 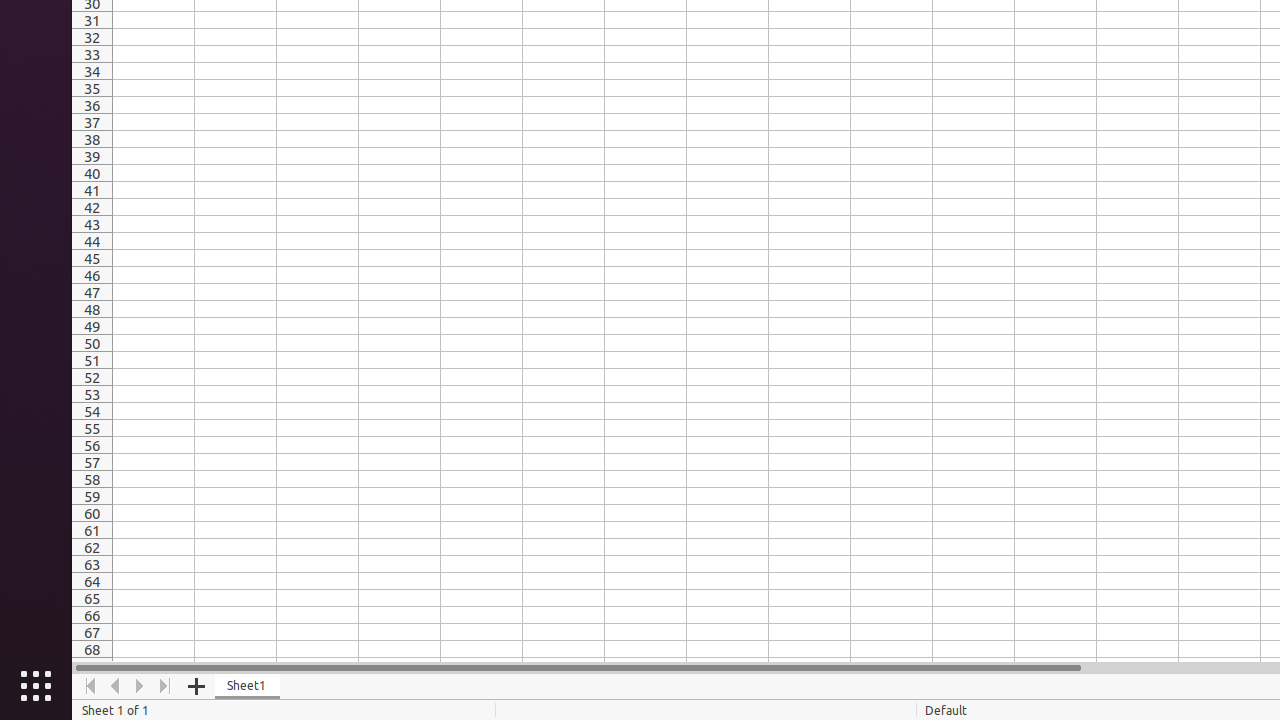 What do you see at coordinates (114, 685) in the screenshot?
I see `'Move Left'` at bounding box center [114, 685].